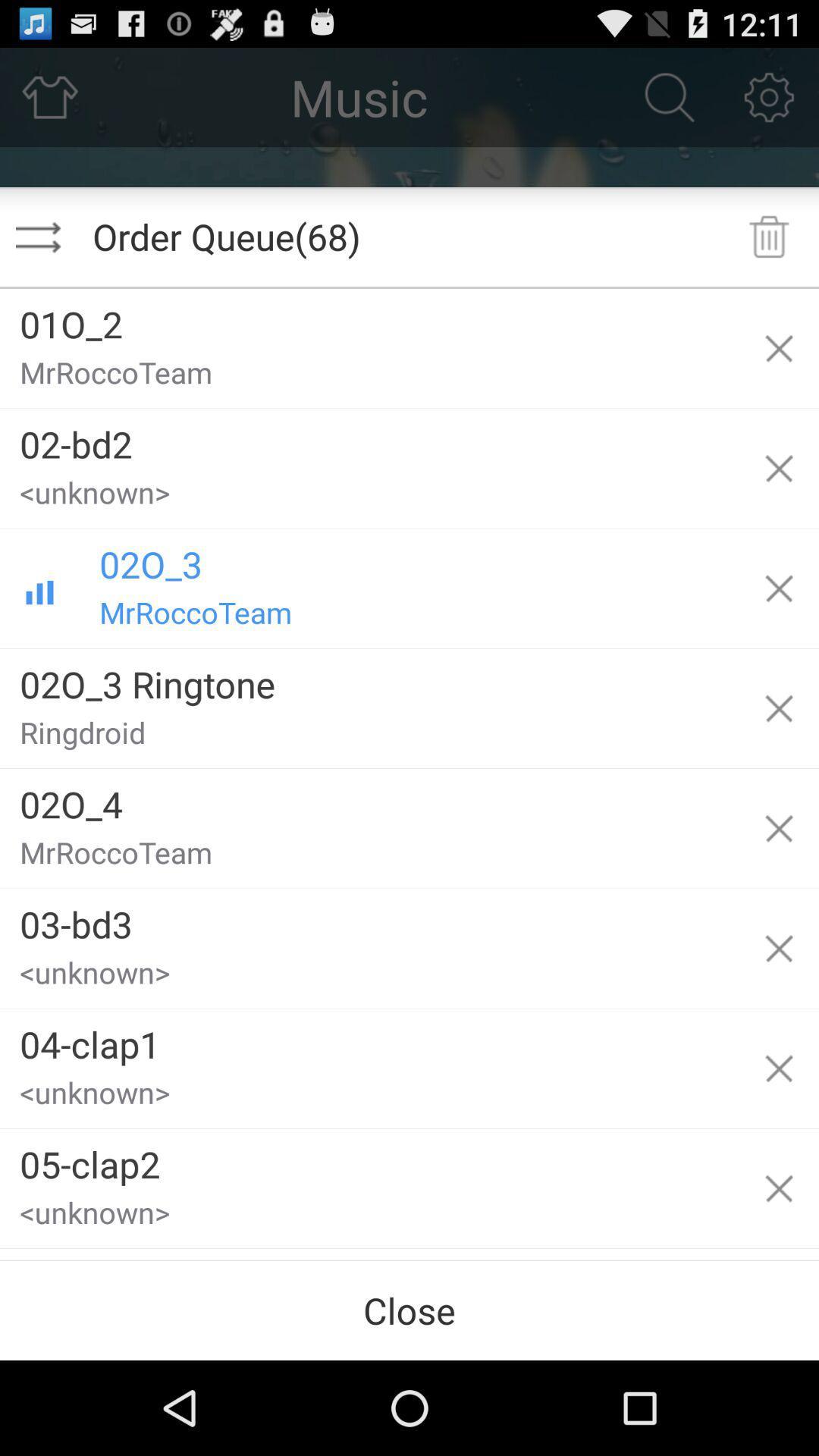  I want to click on icon above the <unknown> item, so click(369, 1037).